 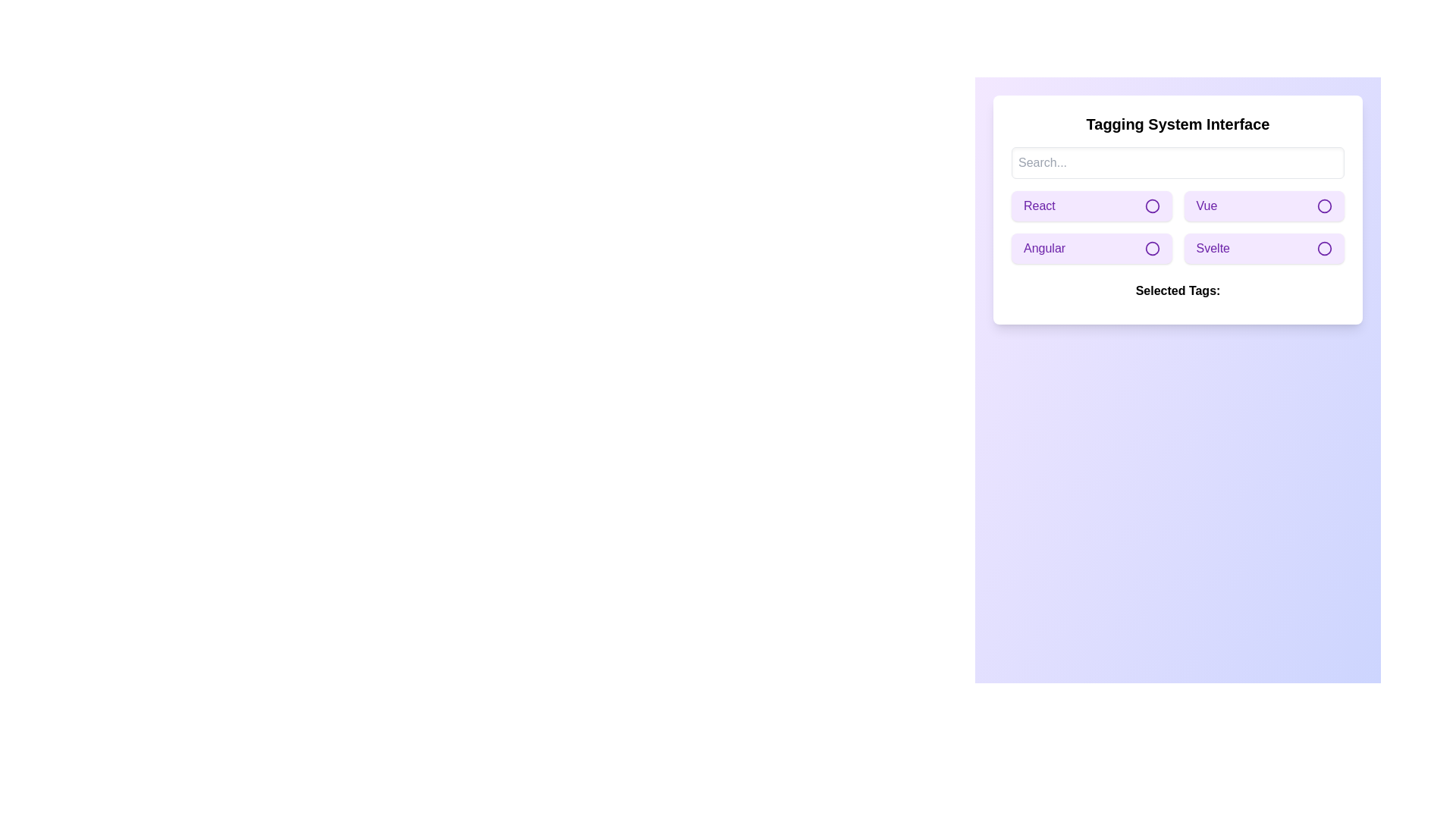 What do you see at coordinates (1212, 247) in the screenshot?
I see `selectable label for the 'Svelte' tag located between 'Vue' and a circular icon in the second row of selectable items` at bounding box center [1212, 247].